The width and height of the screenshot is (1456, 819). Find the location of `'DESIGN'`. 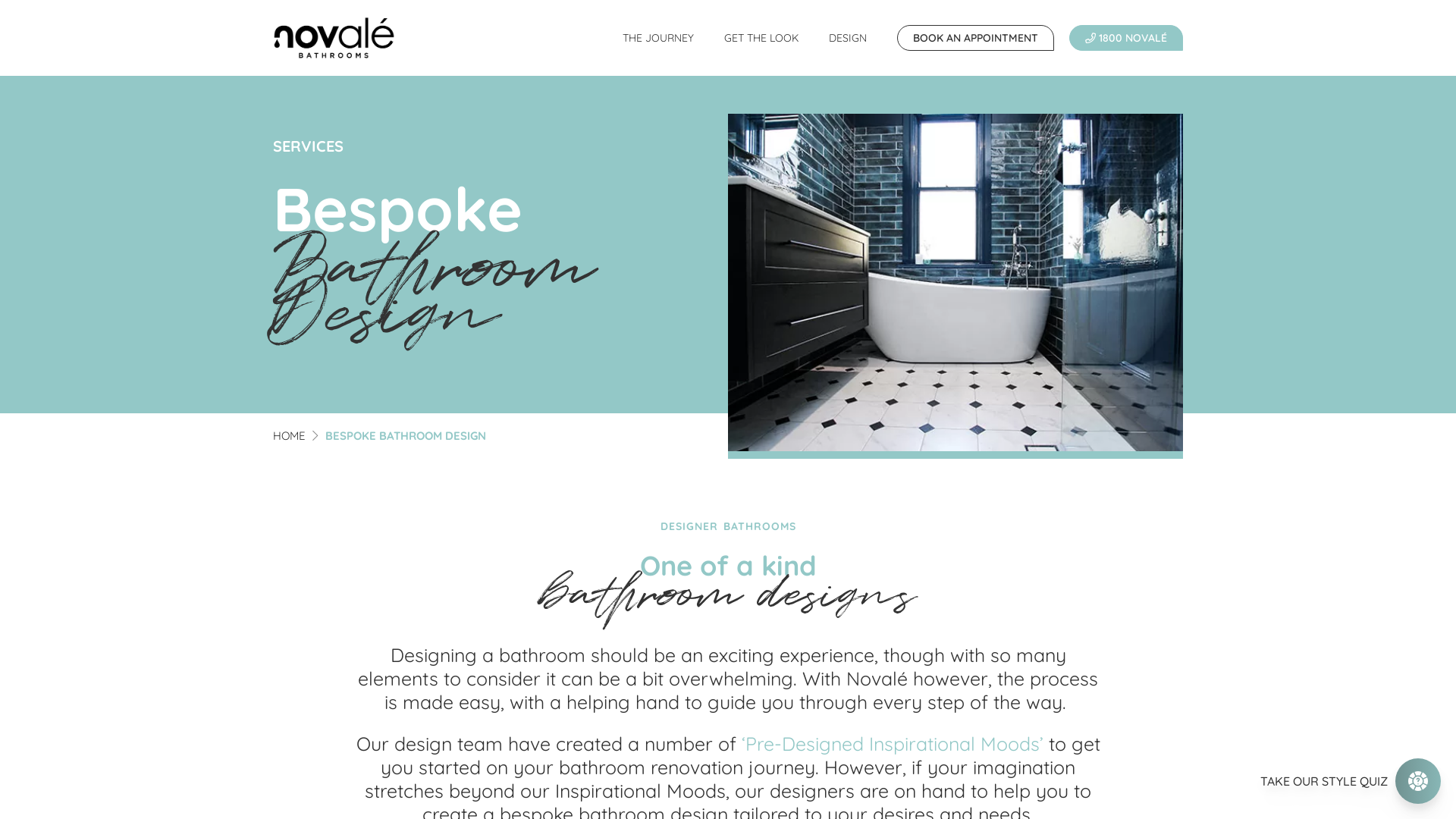

'DESIGN' is located at coordinates (813, 37).